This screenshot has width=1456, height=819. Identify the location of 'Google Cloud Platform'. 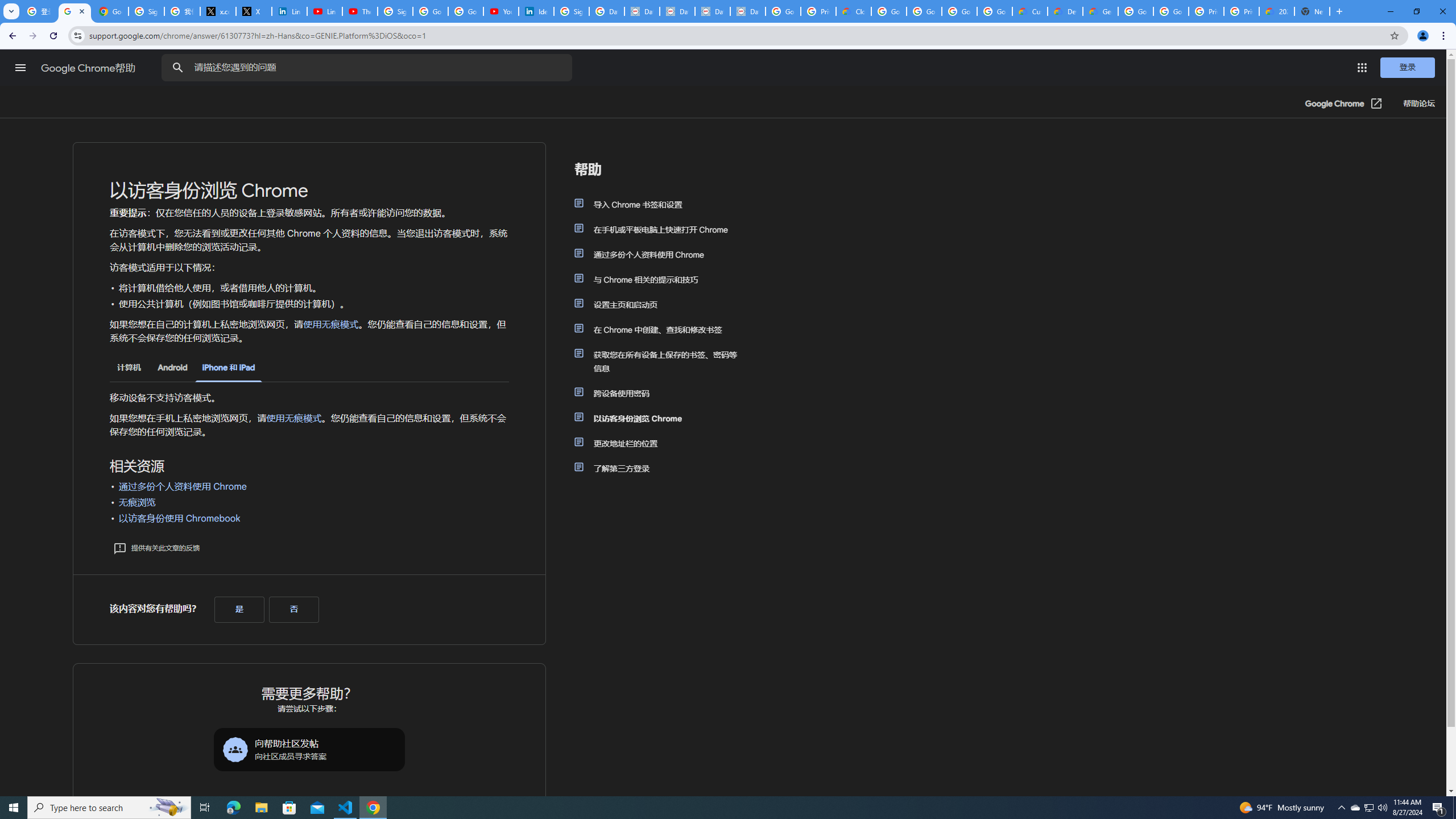
(1135, 11).